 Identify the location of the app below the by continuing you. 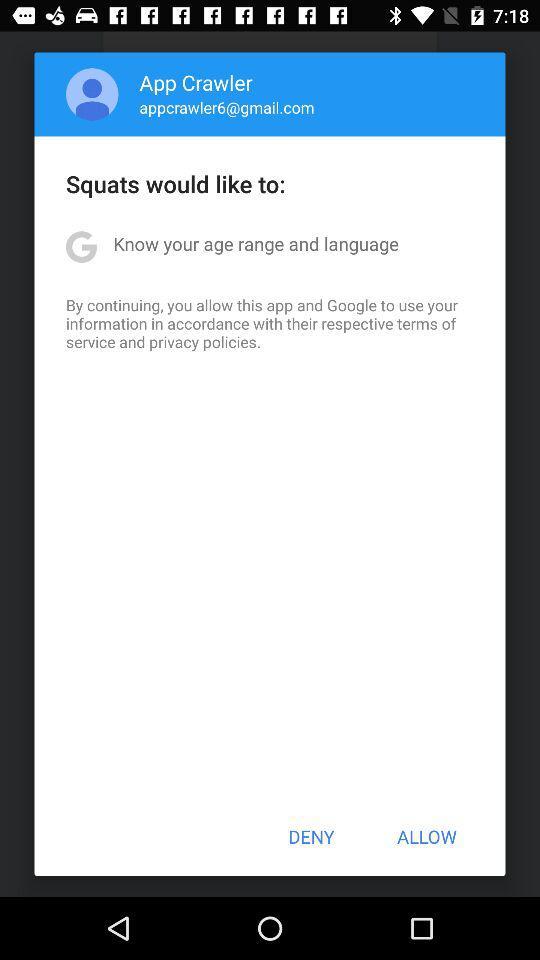
(311, 836).